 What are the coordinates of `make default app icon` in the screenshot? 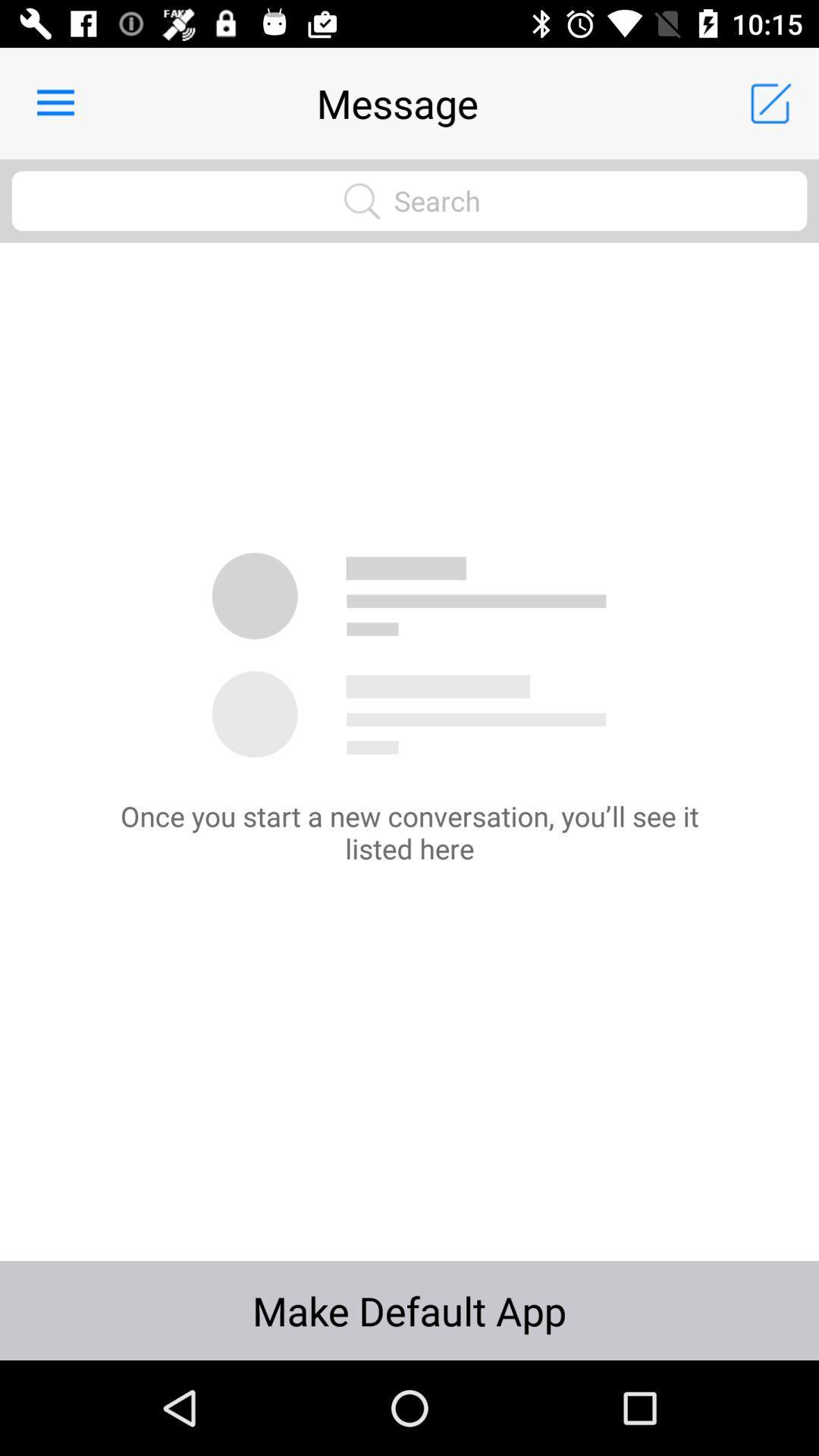 It's located at (409, 1310).